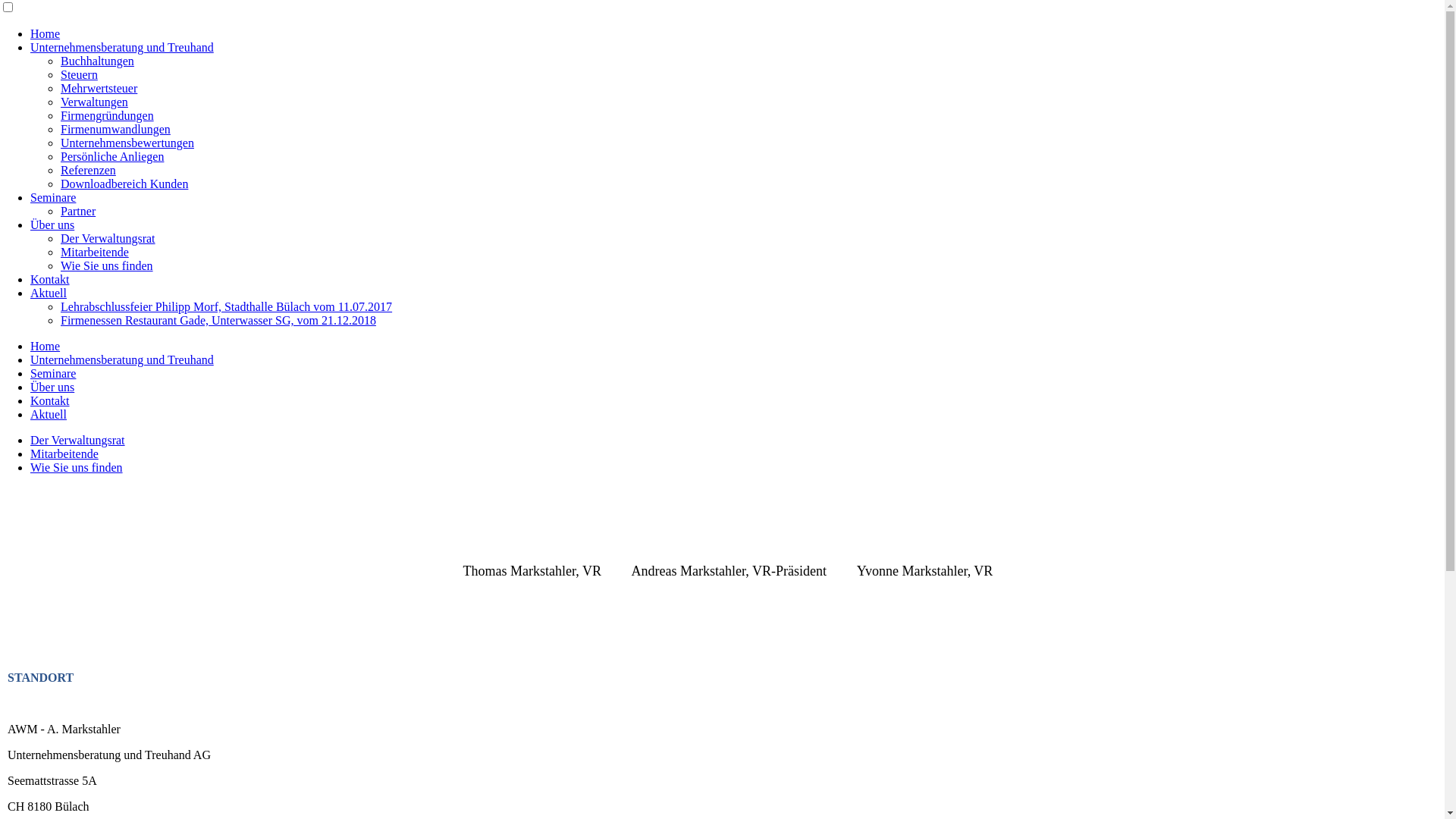  Describe the element at coordinates (115, 128) in the screenshot. I see `'Firmenumwandlungen'` at that location.